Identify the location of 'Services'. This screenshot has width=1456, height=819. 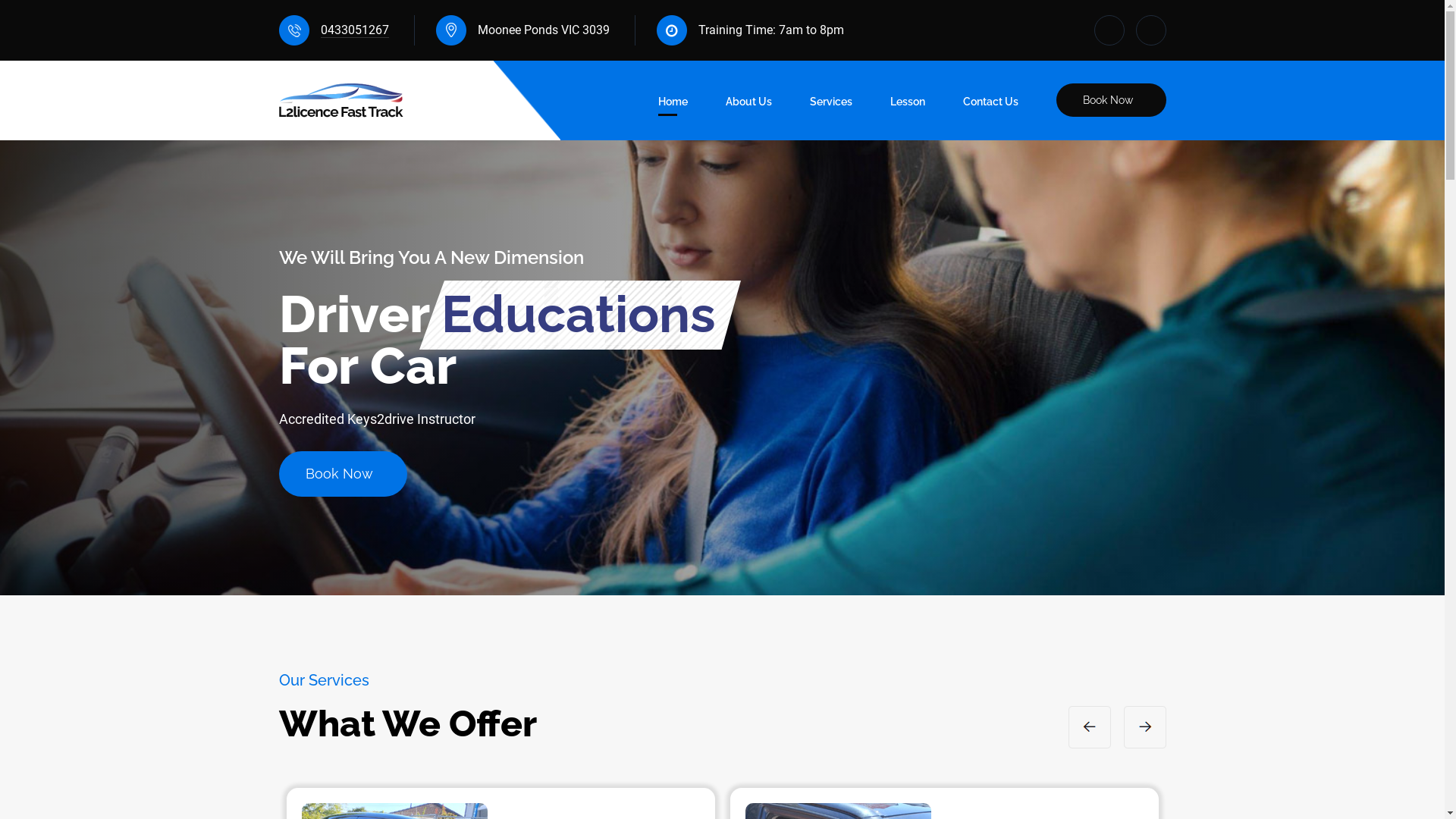
(830, 104).